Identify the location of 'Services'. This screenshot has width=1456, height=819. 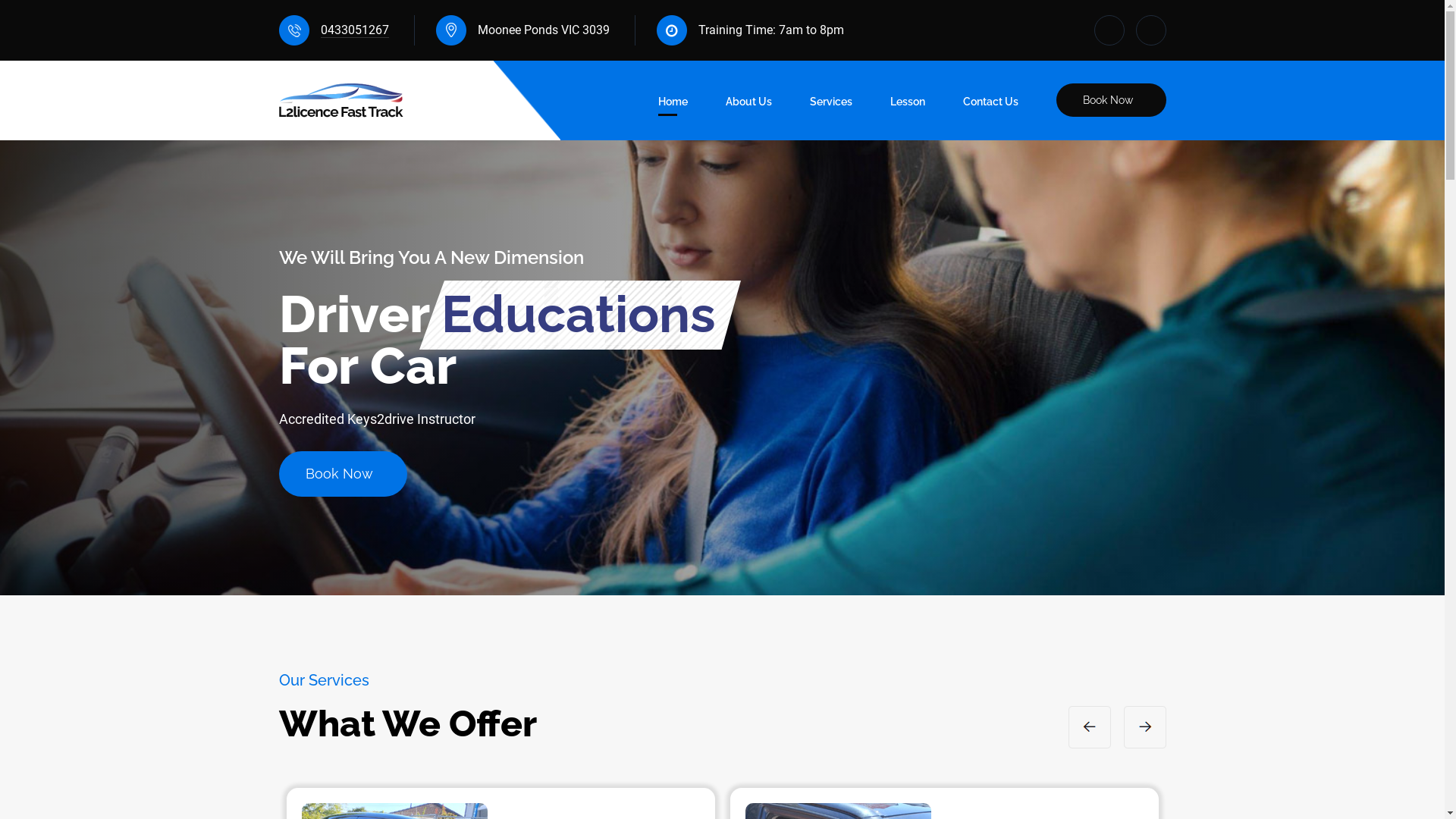
(830, 104).